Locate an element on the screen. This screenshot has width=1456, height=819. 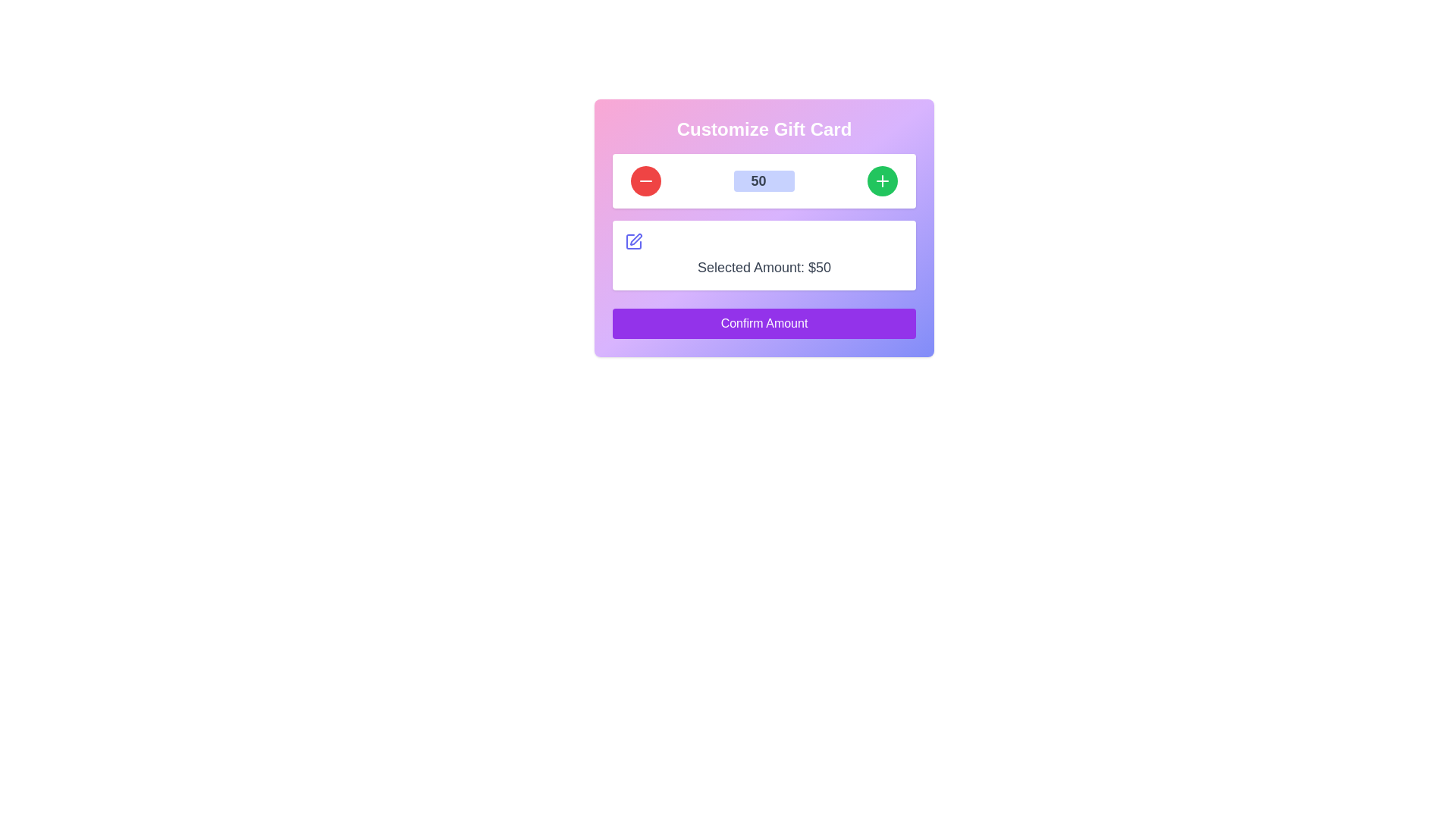
the circular red decrement button with a white minus icon located in the 'Customize Gift Card' section to decrement the value is located at coordinates (645, 180).